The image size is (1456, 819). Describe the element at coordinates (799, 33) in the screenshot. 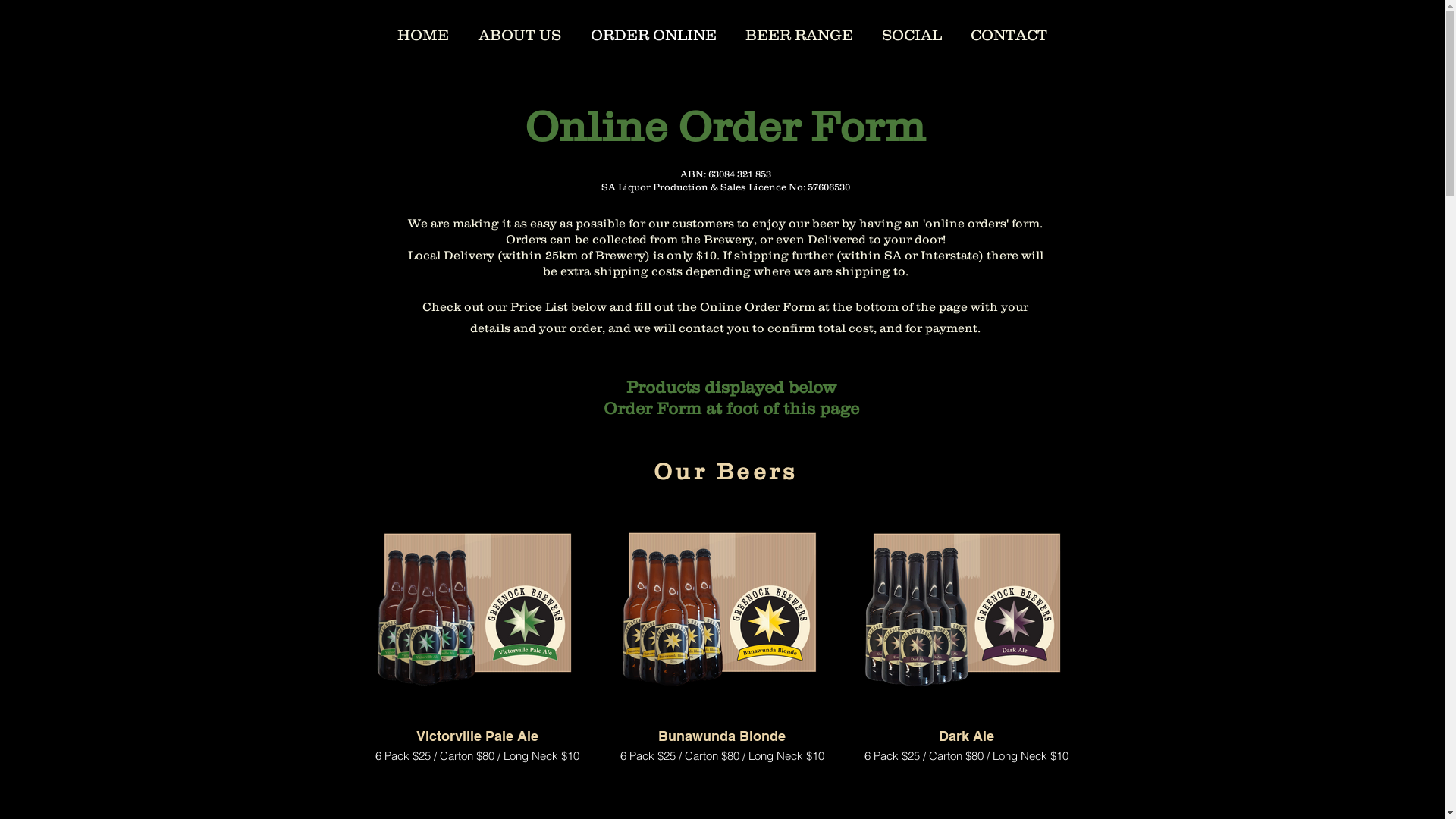

I see `'BEER RANGE'` at that location.